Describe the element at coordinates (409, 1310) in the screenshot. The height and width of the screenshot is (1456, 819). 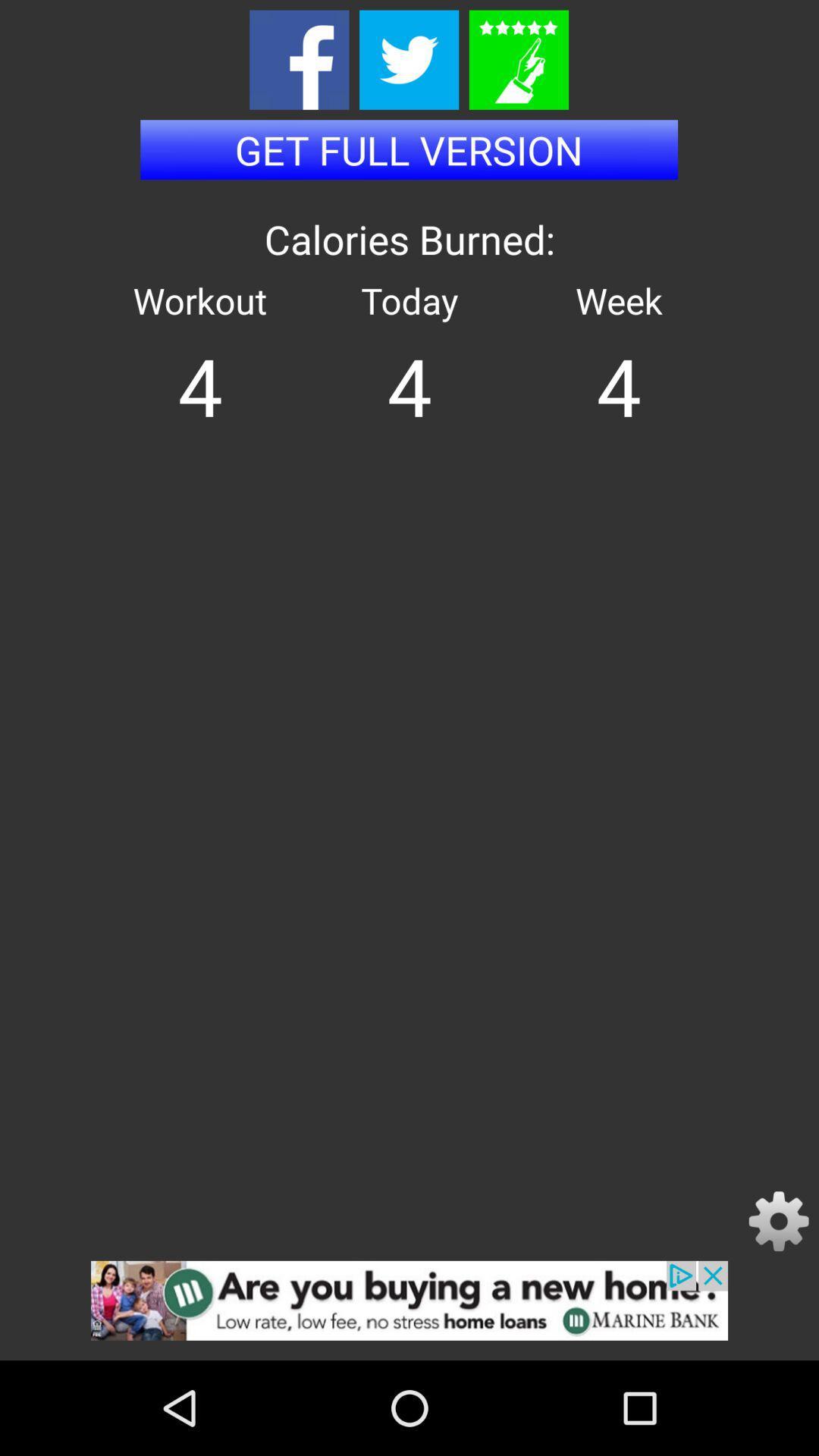
I see `opens advertisement` at that location.